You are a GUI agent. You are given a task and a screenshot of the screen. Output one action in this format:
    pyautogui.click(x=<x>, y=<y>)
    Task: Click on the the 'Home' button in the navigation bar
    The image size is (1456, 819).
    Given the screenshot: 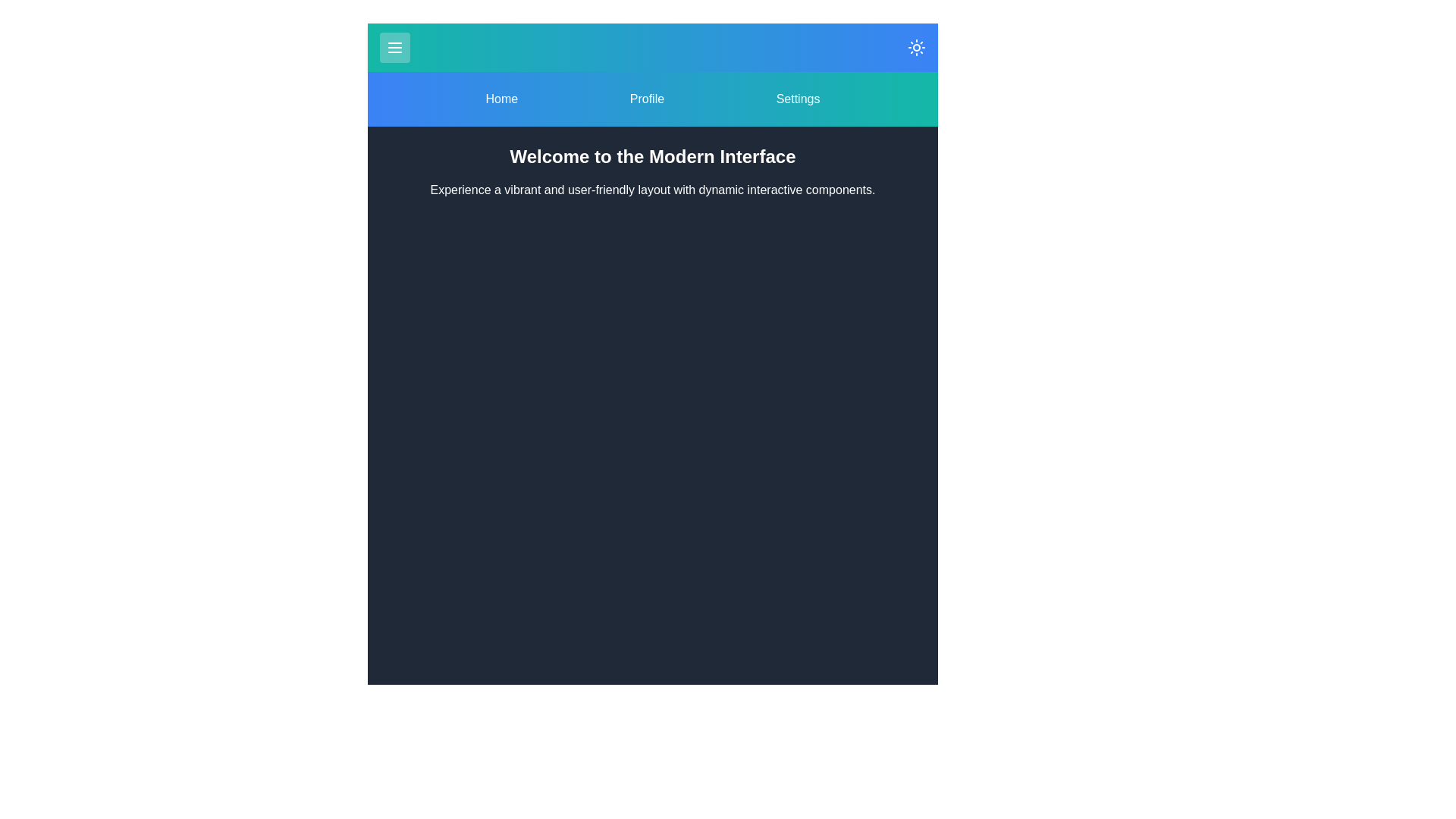 What is the action you would take?
    pyautogui.click(x=501, y=99)
    